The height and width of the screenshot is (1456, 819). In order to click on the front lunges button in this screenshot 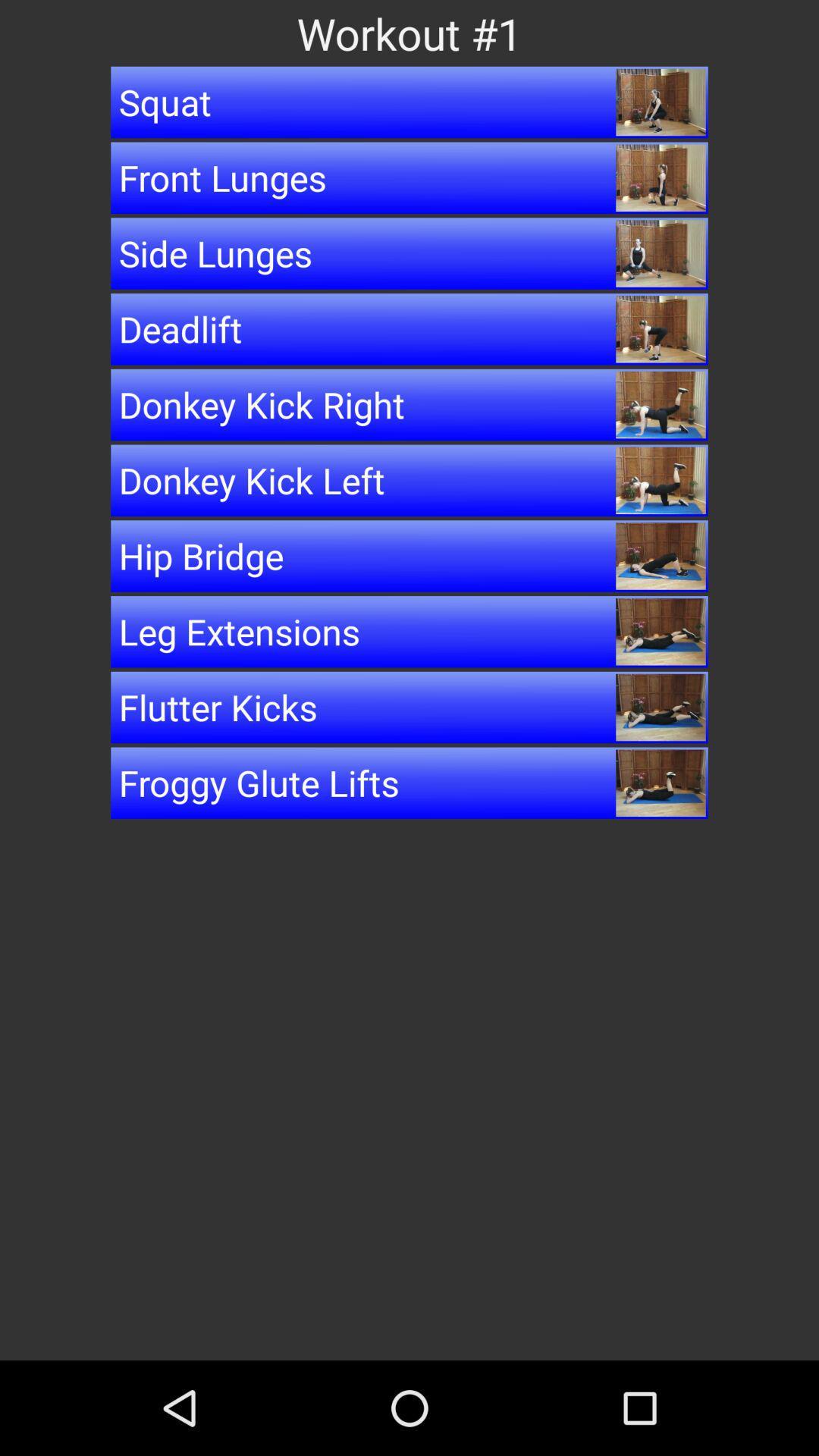, I will do `click(409, 177)`.